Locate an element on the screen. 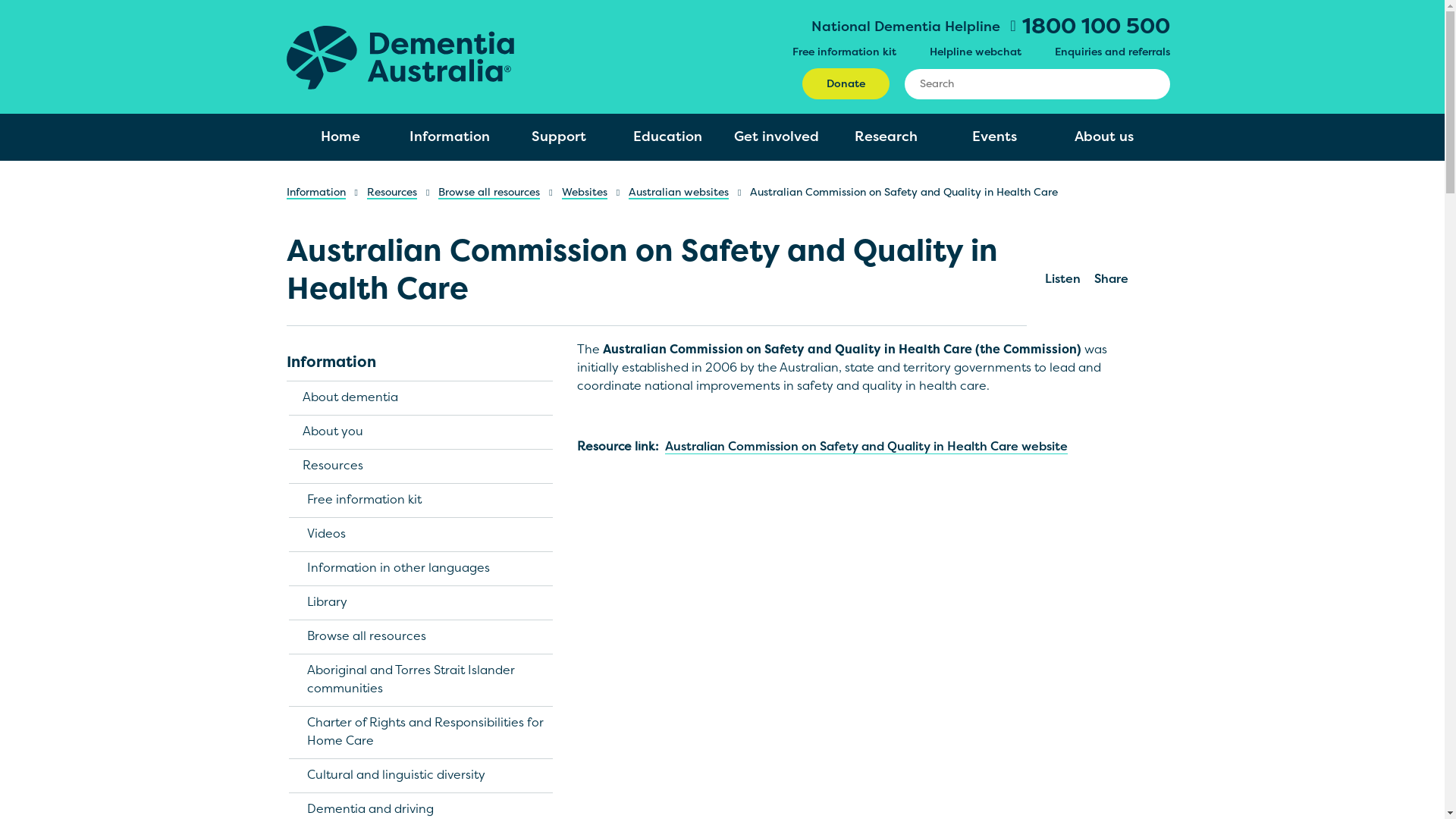 Image resolution: width=1456 pixels, height=819 pixels. 'Videos' is located at coordinates (421, 534).